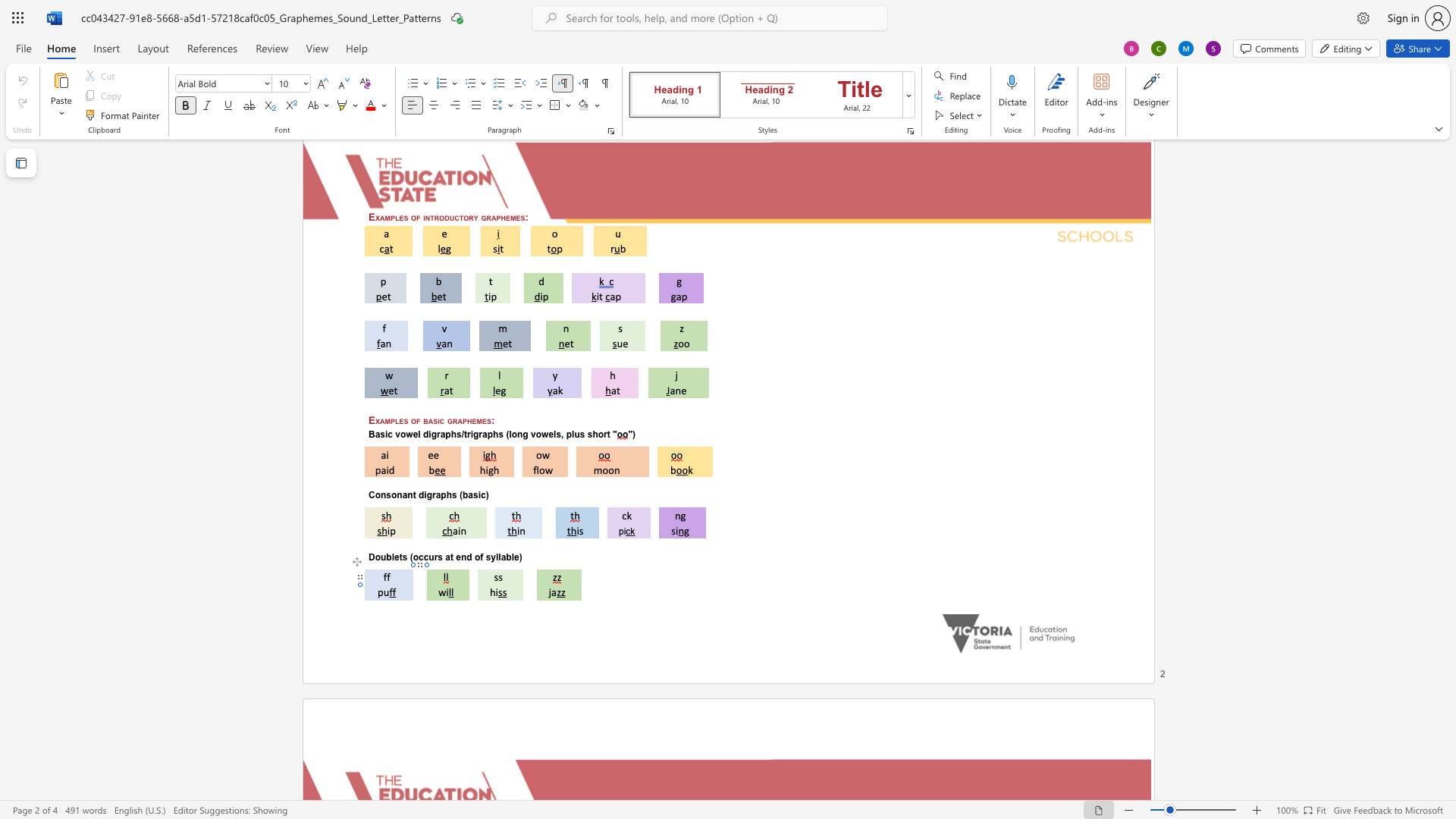  I want to click on the 1th character "g" in the text, so click(428, 495).